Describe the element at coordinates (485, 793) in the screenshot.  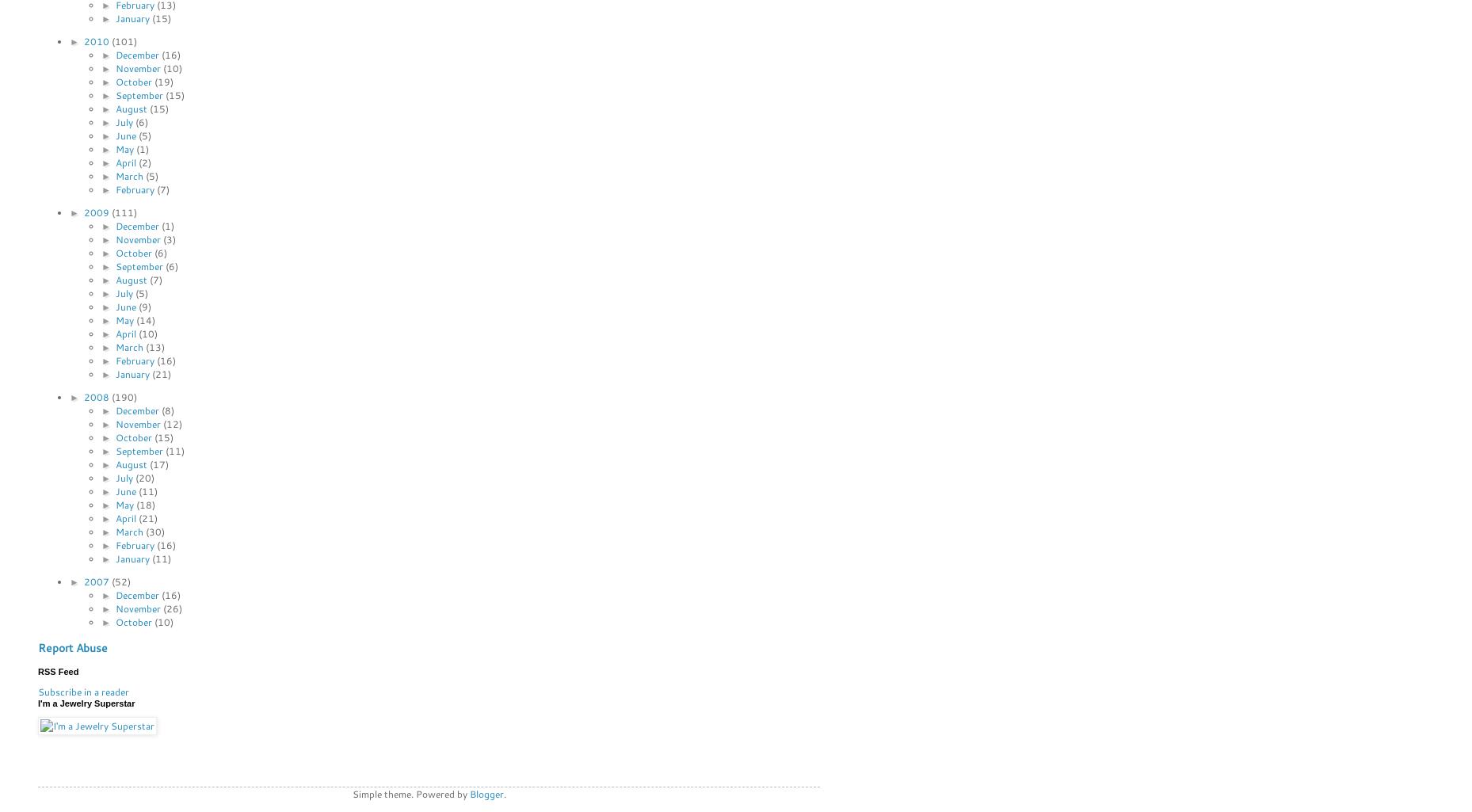
I see `'Blogger'` at that location.